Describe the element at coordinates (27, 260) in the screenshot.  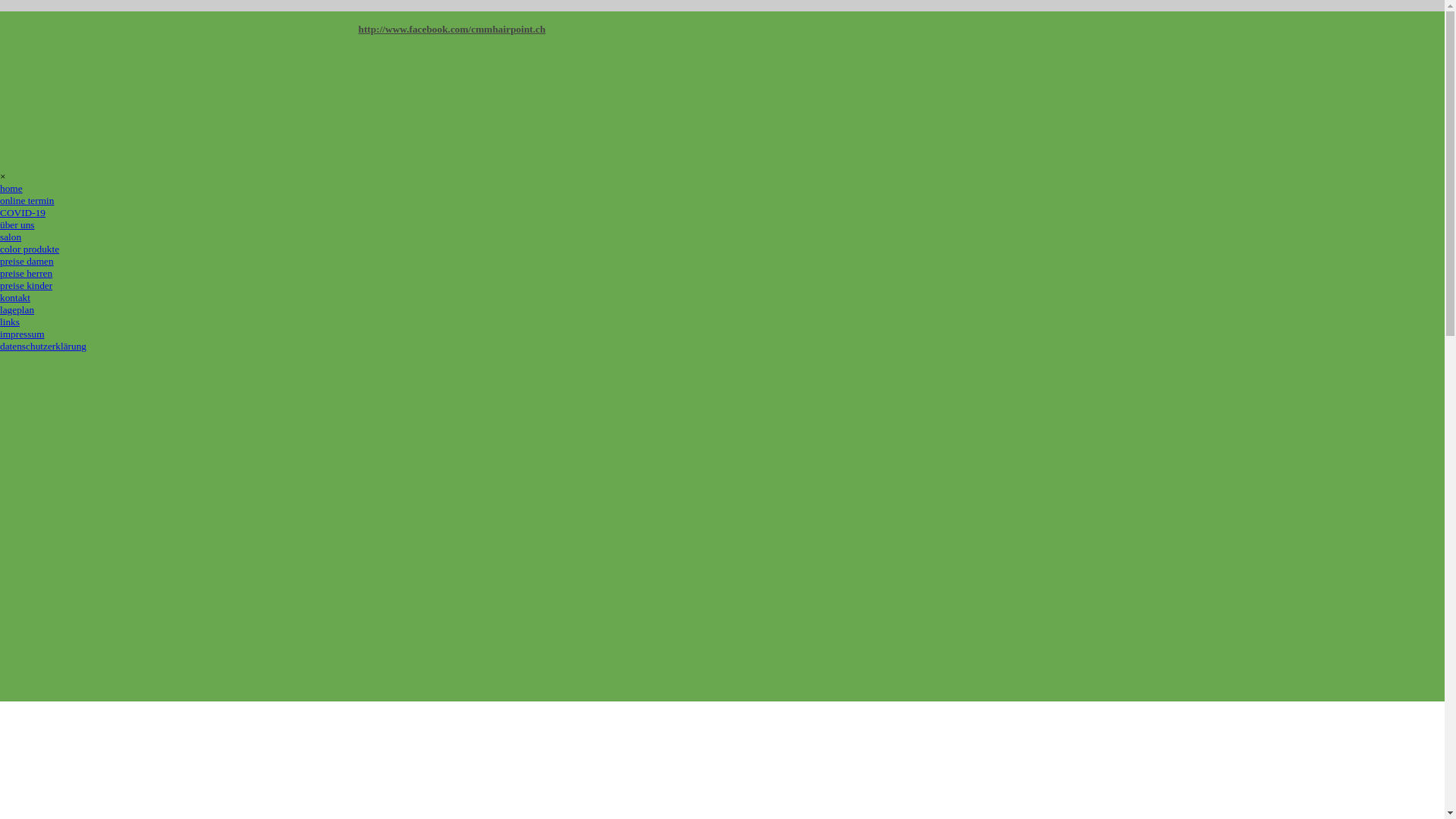
I see `'preise damen'` at that location.